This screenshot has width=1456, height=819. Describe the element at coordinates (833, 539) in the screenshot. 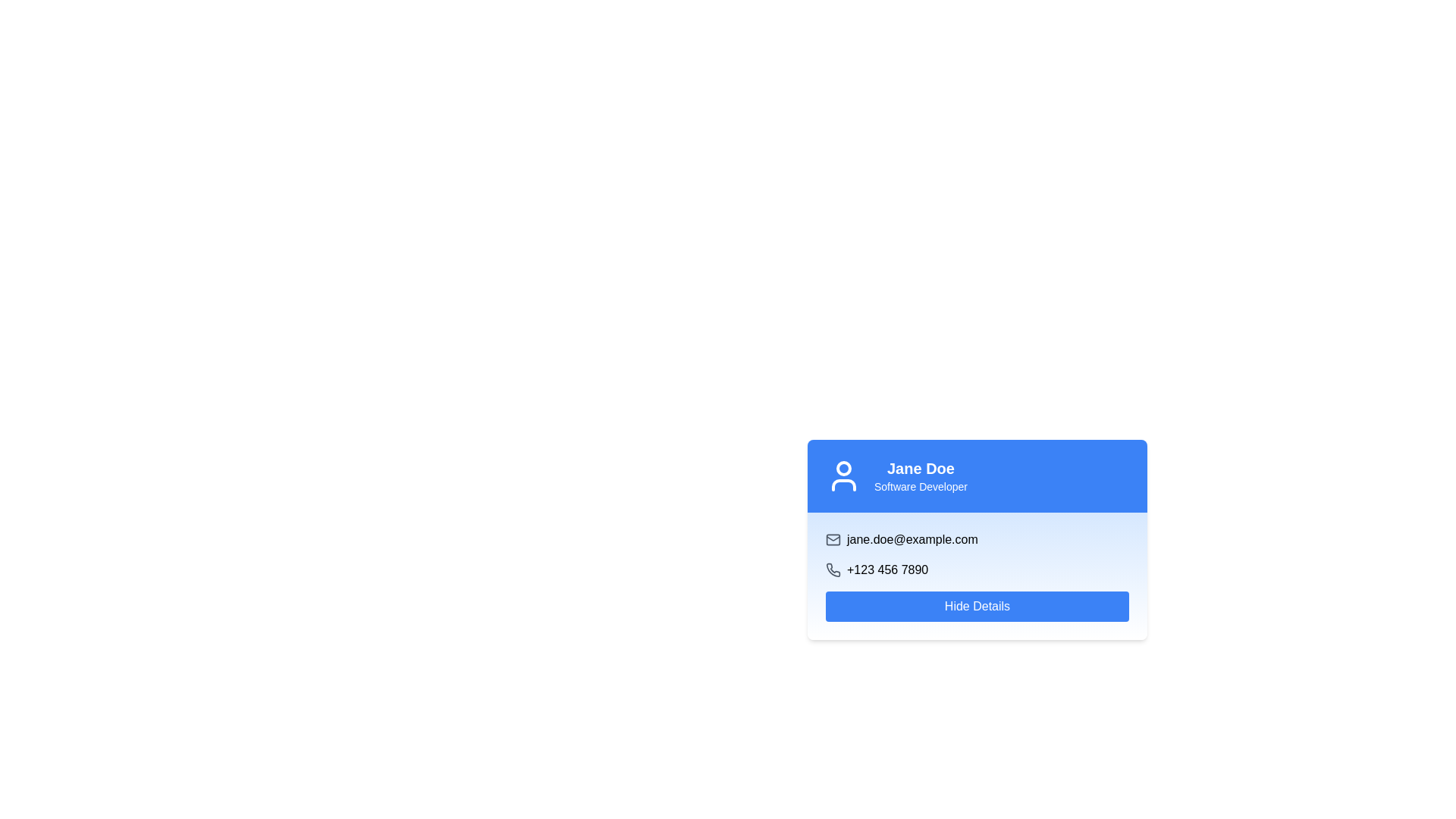

I see `the small envelope icon representing an email, located to the left of the email text 'jane.doe@example.com'` at that location.